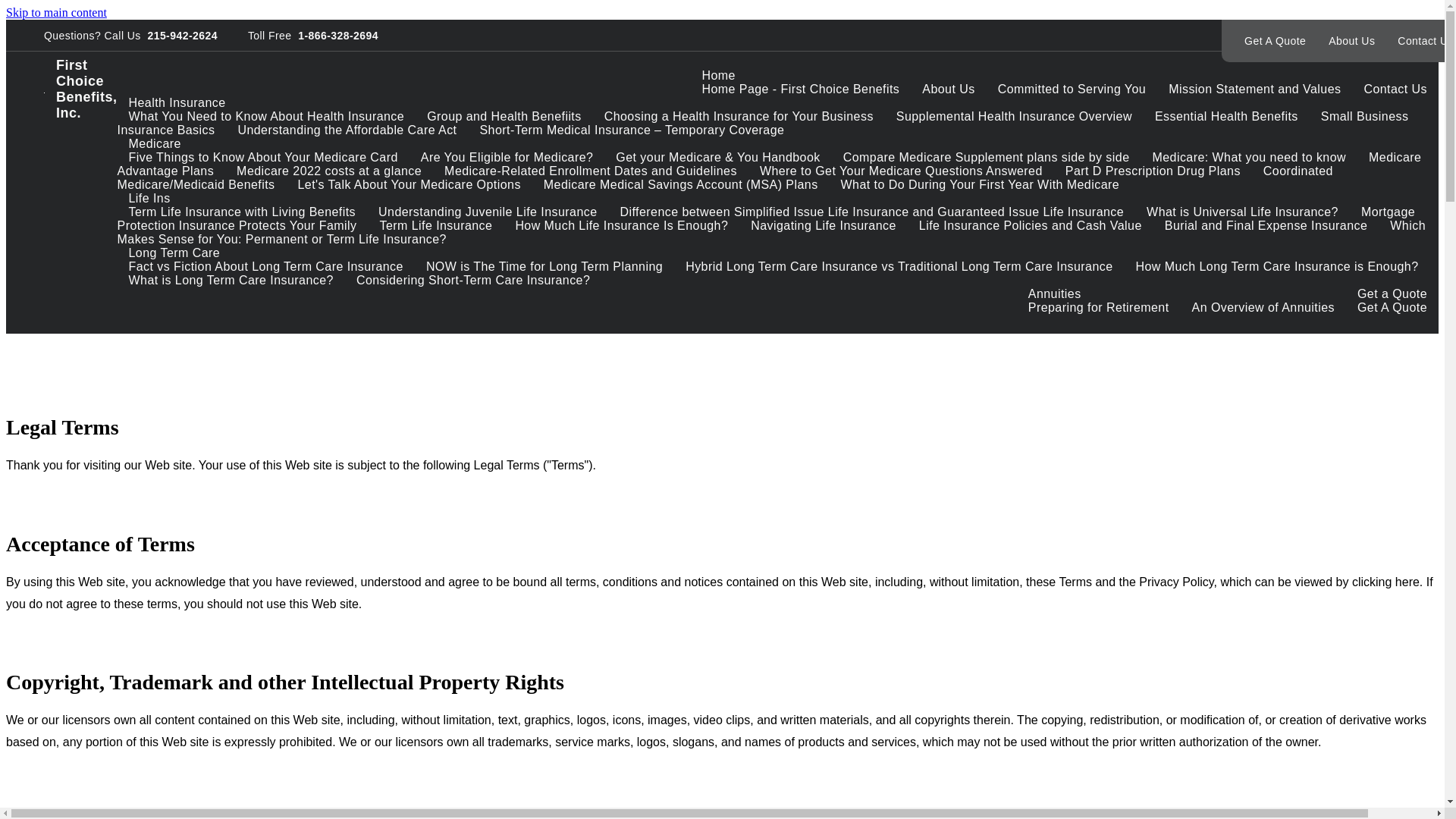 The image size is (1456, 819). Describe the element at coordinates (717, 157) in the screenshot. I see `'Get your Medicare & You Handbook'` at that location.